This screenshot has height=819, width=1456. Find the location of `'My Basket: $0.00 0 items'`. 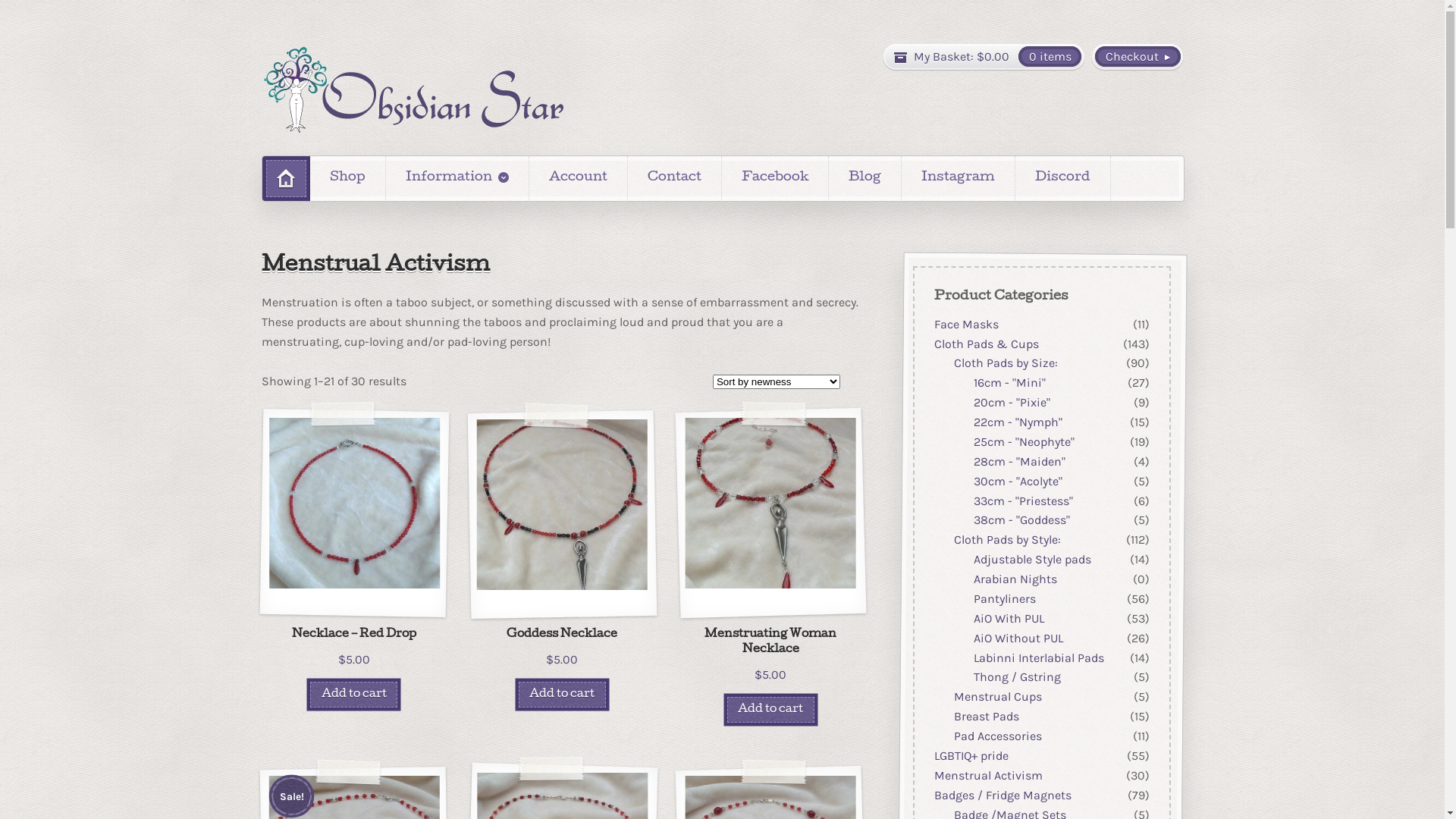

'My Basket: $0.00 0 items' is located at coordinates (984, 55).